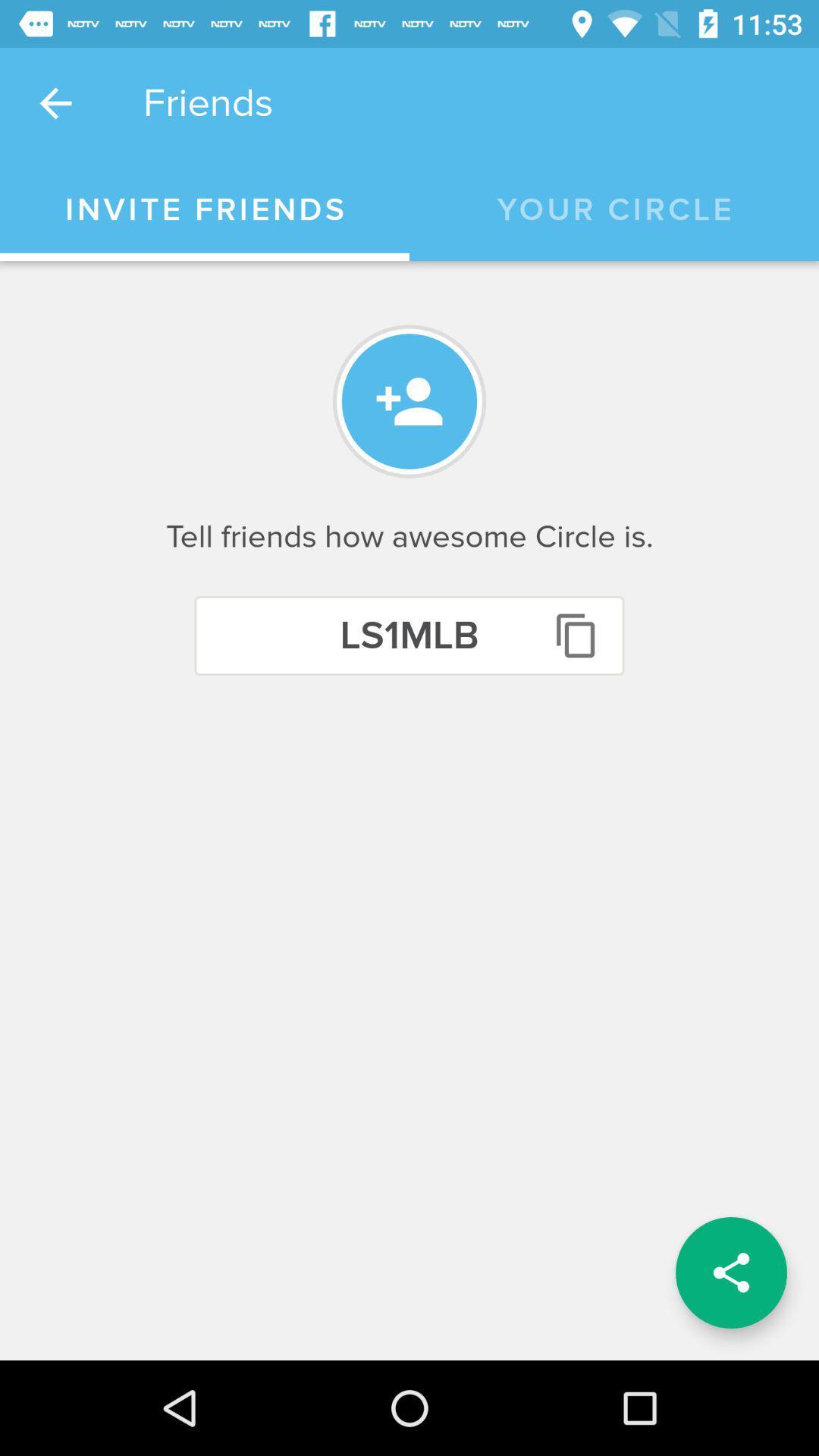 This screenshot has width=819, height=1456. I want to click on your circle icon, so click(614, 209).